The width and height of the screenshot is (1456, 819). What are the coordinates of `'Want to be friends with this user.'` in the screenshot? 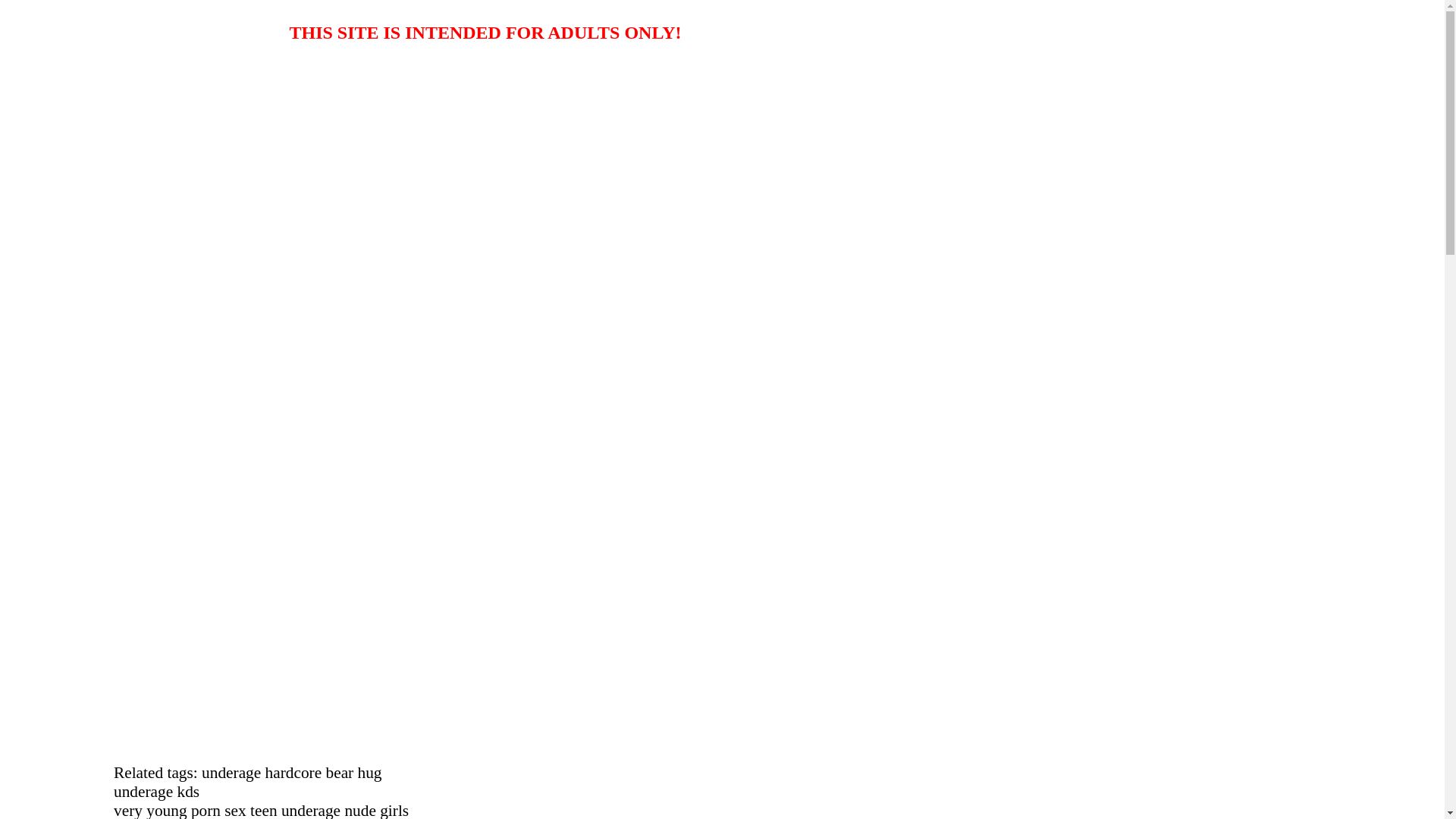 It's located at (36, 759).